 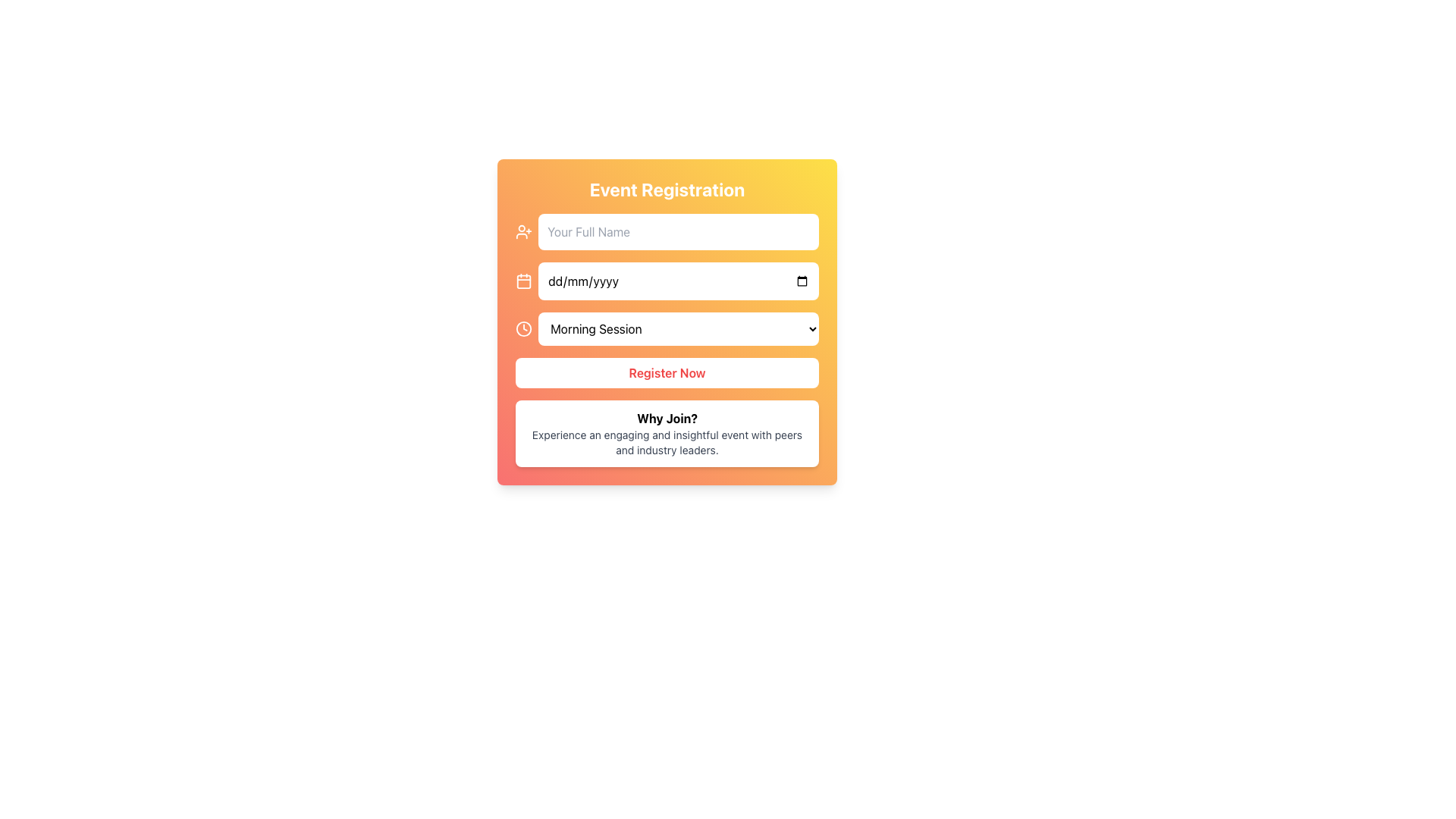 What do you see at coordinates (667, 442) in the screenshot?
I see `the informational text located directly below the 'Why Join?' heading in the registration card interface` at bounding box center [667, 442].